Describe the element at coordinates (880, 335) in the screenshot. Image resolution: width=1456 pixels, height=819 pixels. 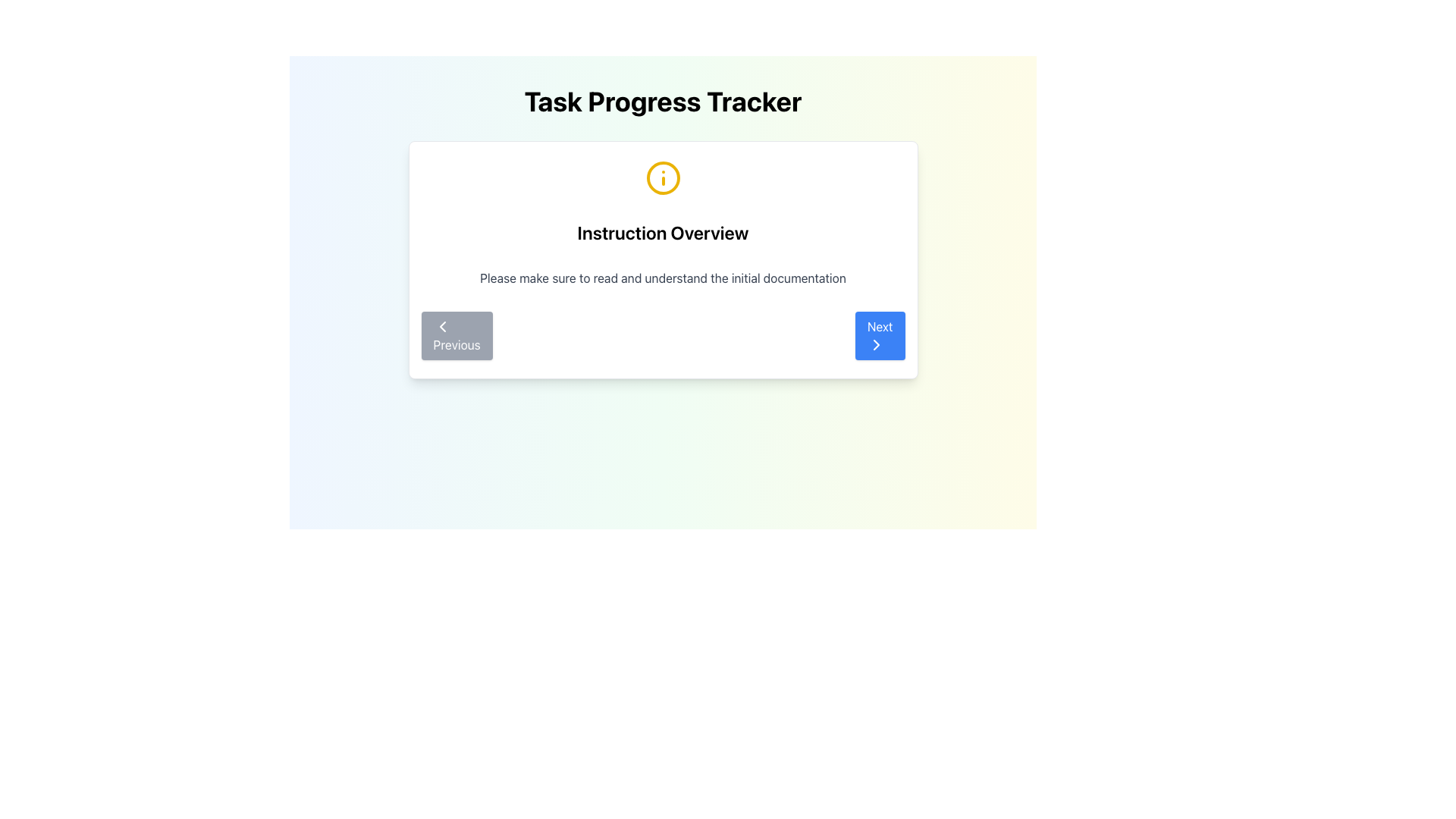
I see `the rectangular button labeled 'Next' with a blue background and white text` at that location.